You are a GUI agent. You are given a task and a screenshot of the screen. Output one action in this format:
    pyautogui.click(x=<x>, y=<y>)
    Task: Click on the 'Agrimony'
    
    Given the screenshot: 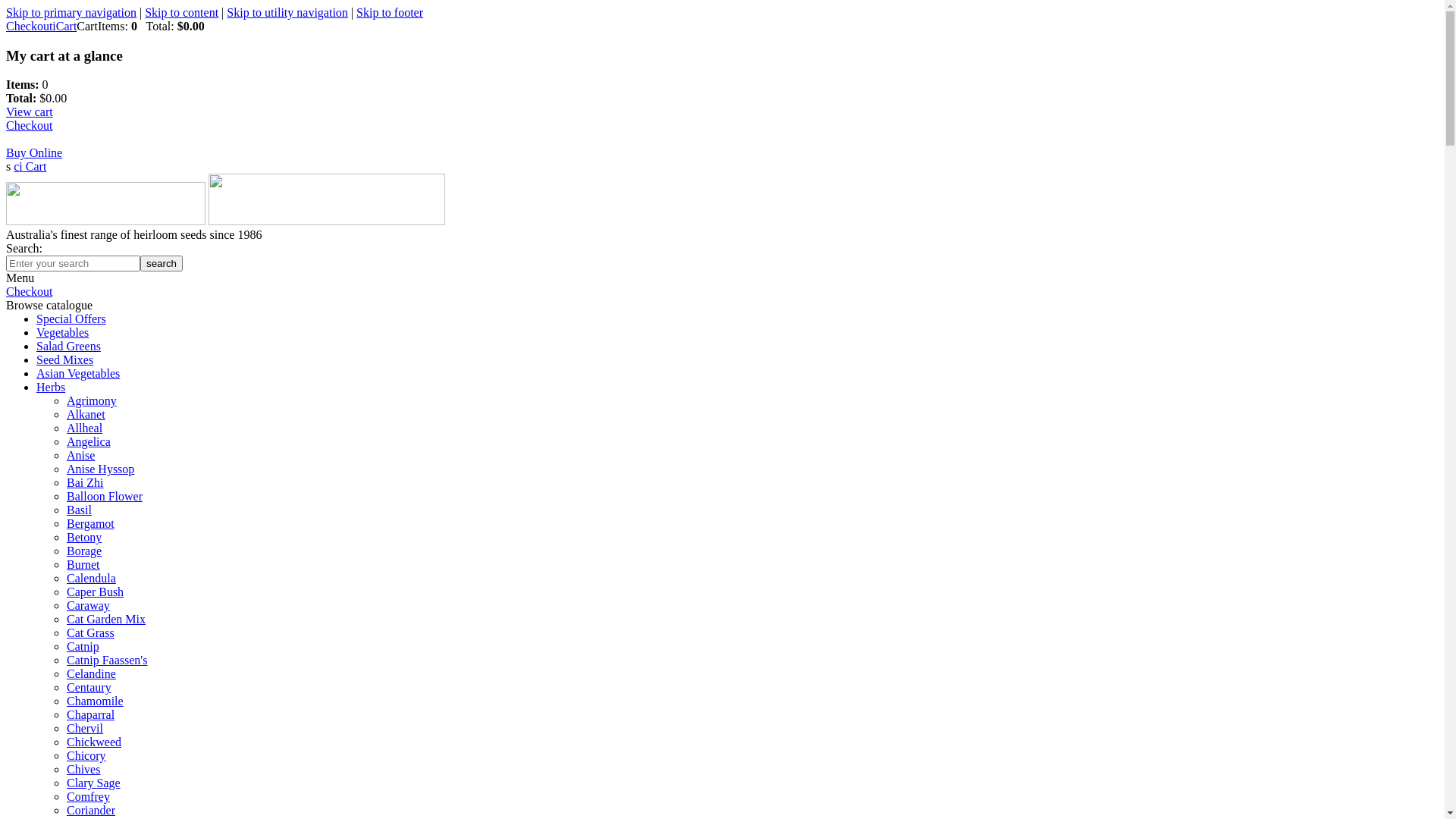 What is the action you would take?
    pyautogui.click(x=90, y=400)
    